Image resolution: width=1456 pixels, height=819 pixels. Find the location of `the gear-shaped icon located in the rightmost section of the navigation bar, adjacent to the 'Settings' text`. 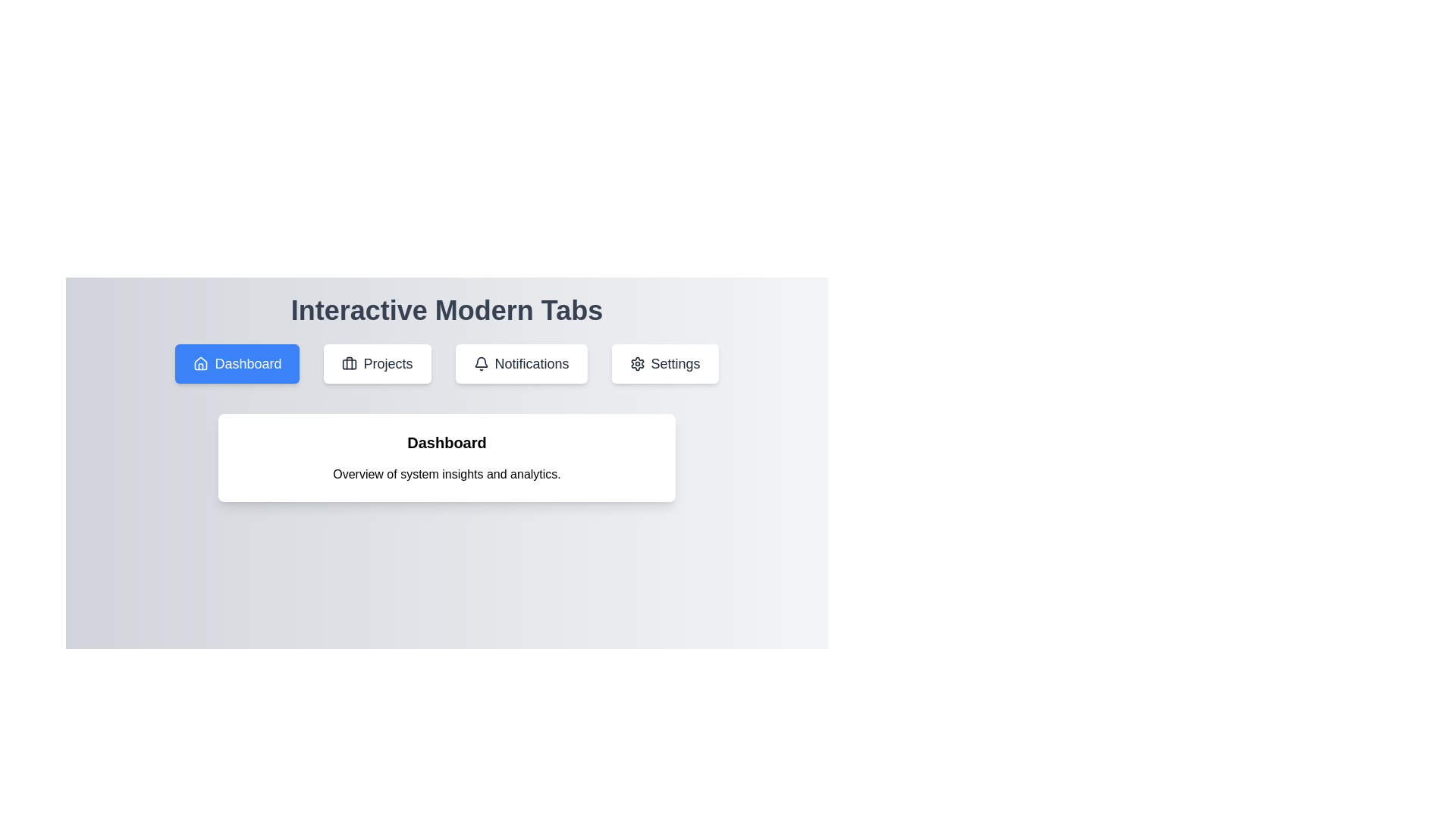

the gear-shaped icon located in the rightmost section of the navigation bar, adjacent to the 'Settings' text is located at coordinates (637, 363).